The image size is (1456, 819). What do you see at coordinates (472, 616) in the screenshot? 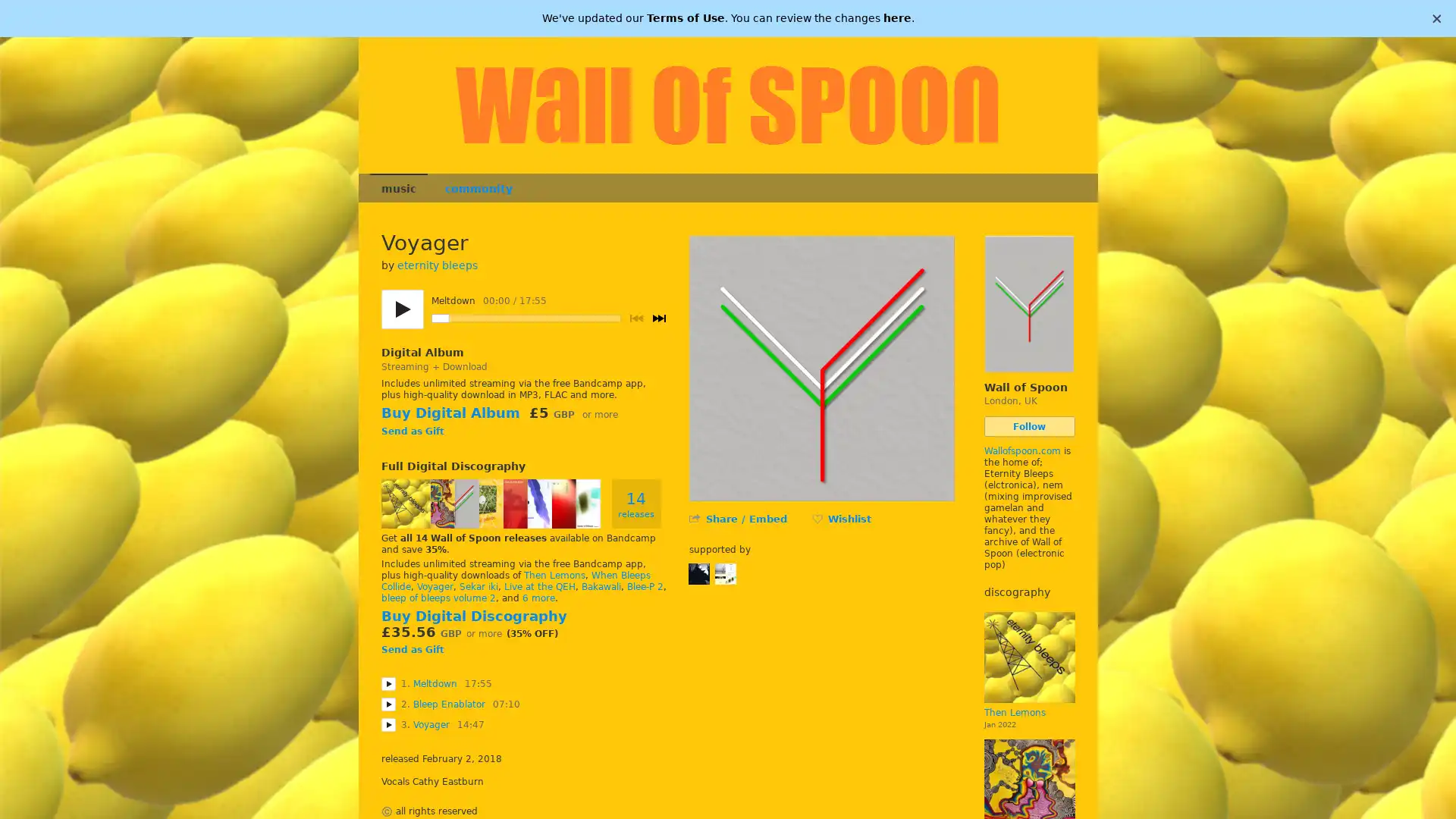
I see `Buy Digital Discography` at bounding box center [472, 616].